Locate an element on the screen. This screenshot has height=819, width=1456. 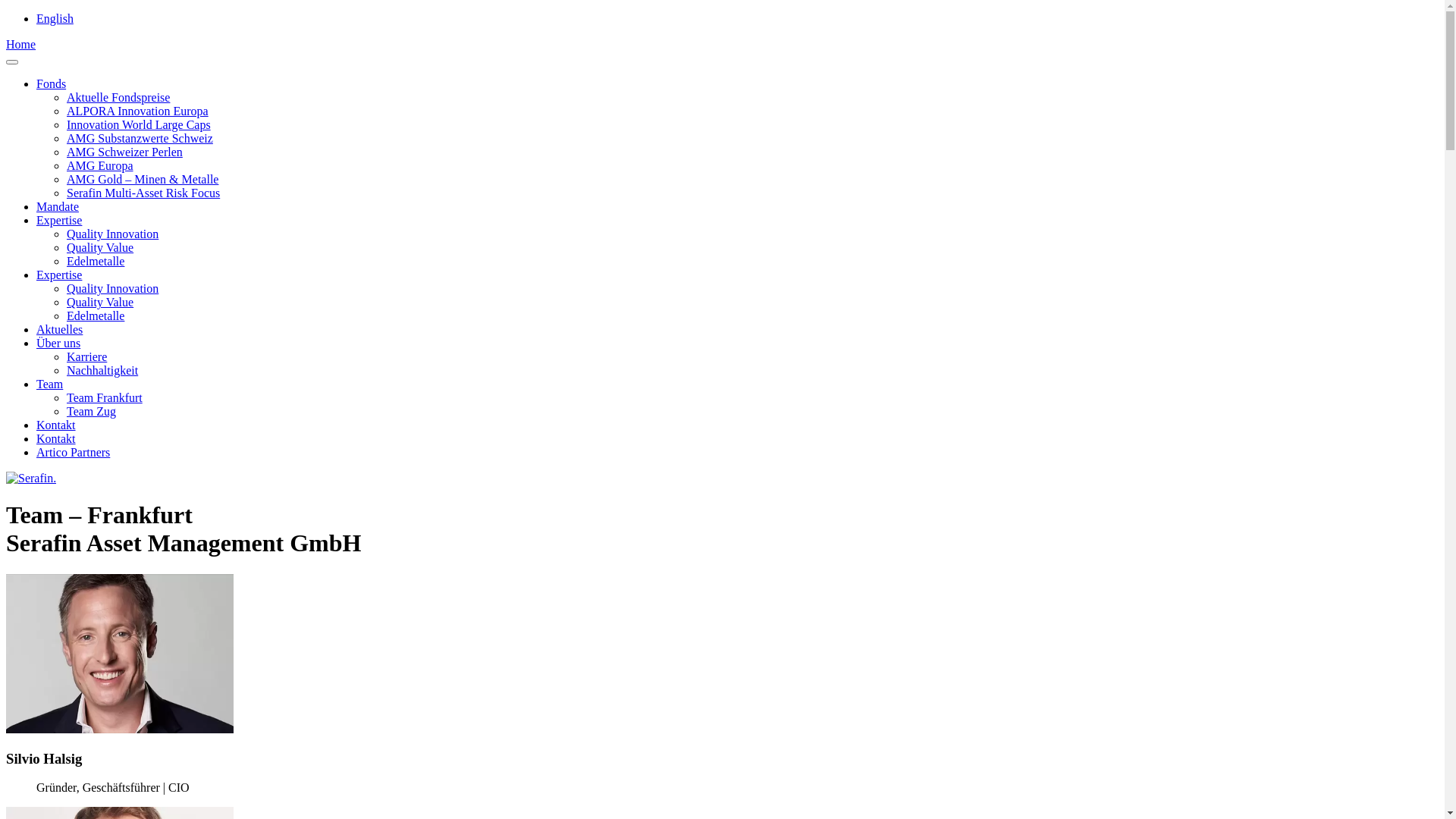
'Artico Partners' is located at coordinates (72, 451).